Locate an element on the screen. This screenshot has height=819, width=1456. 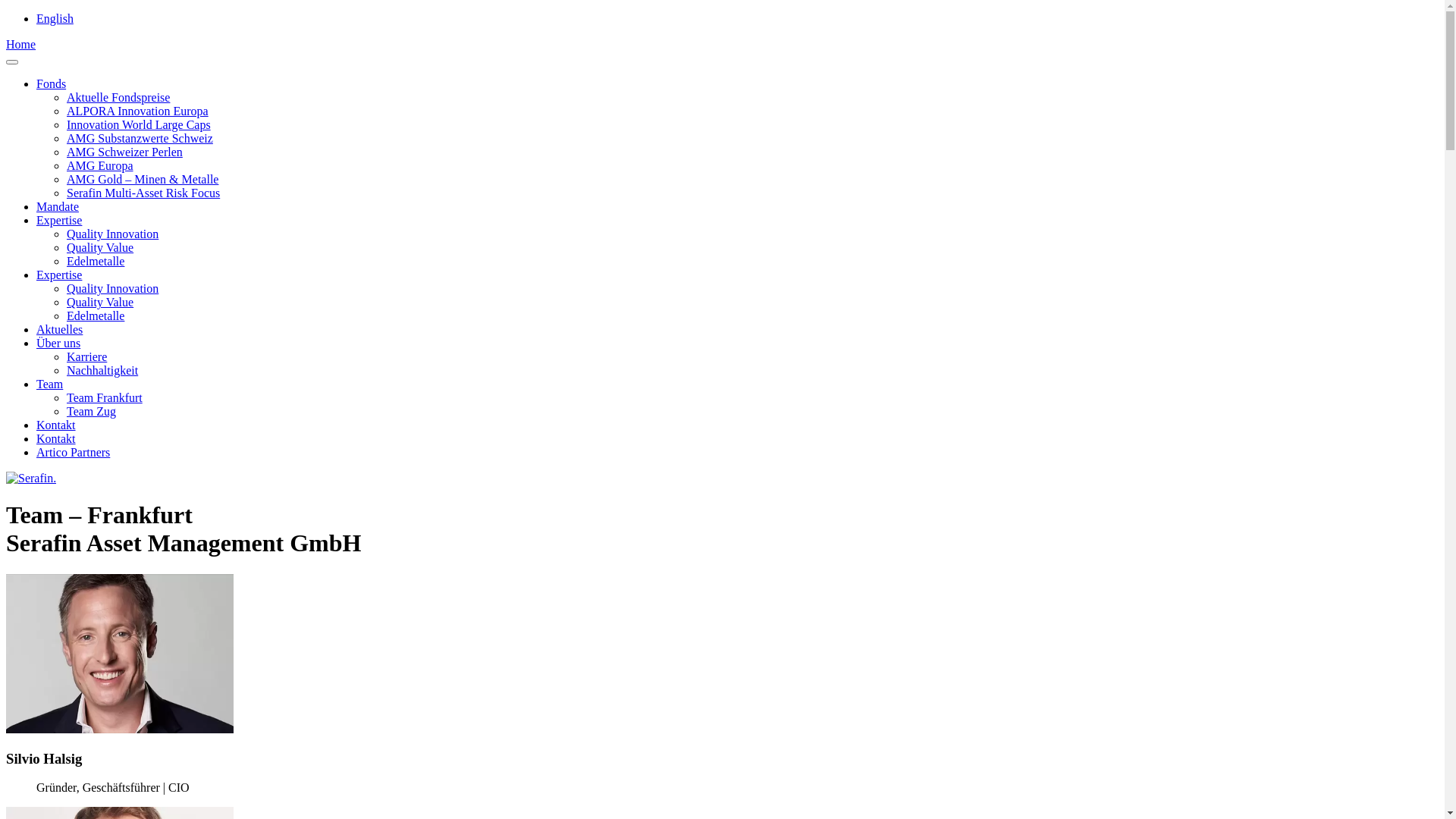
'Artico Partners' is located at coordinates (72, 451).